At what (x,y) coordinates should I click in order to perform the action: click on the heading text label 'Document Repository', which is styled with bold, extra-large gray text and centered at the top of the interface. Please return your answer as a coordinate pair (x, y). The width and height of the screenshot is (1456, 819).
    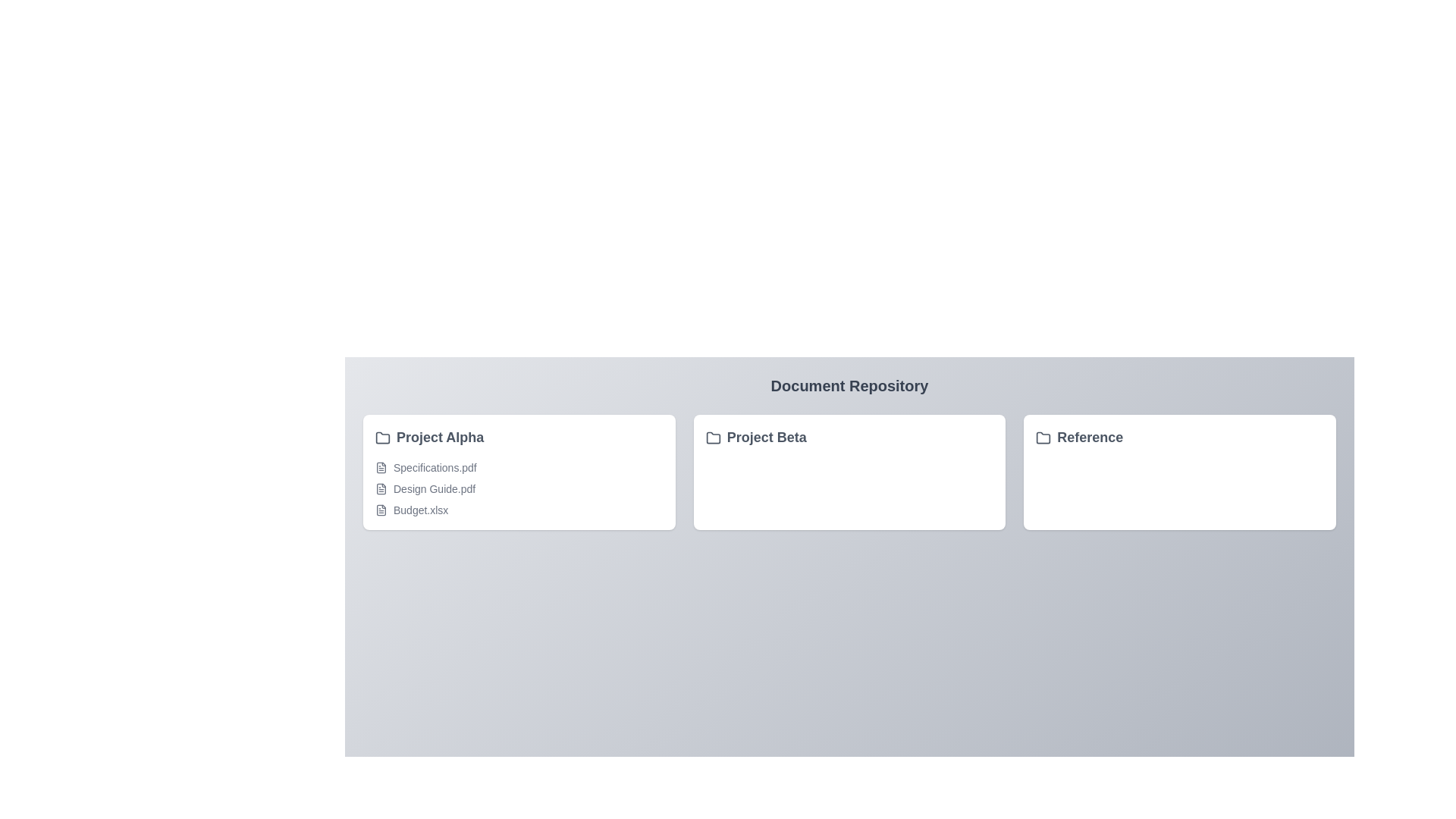
    Looking at the image, I should click on (849, 385).